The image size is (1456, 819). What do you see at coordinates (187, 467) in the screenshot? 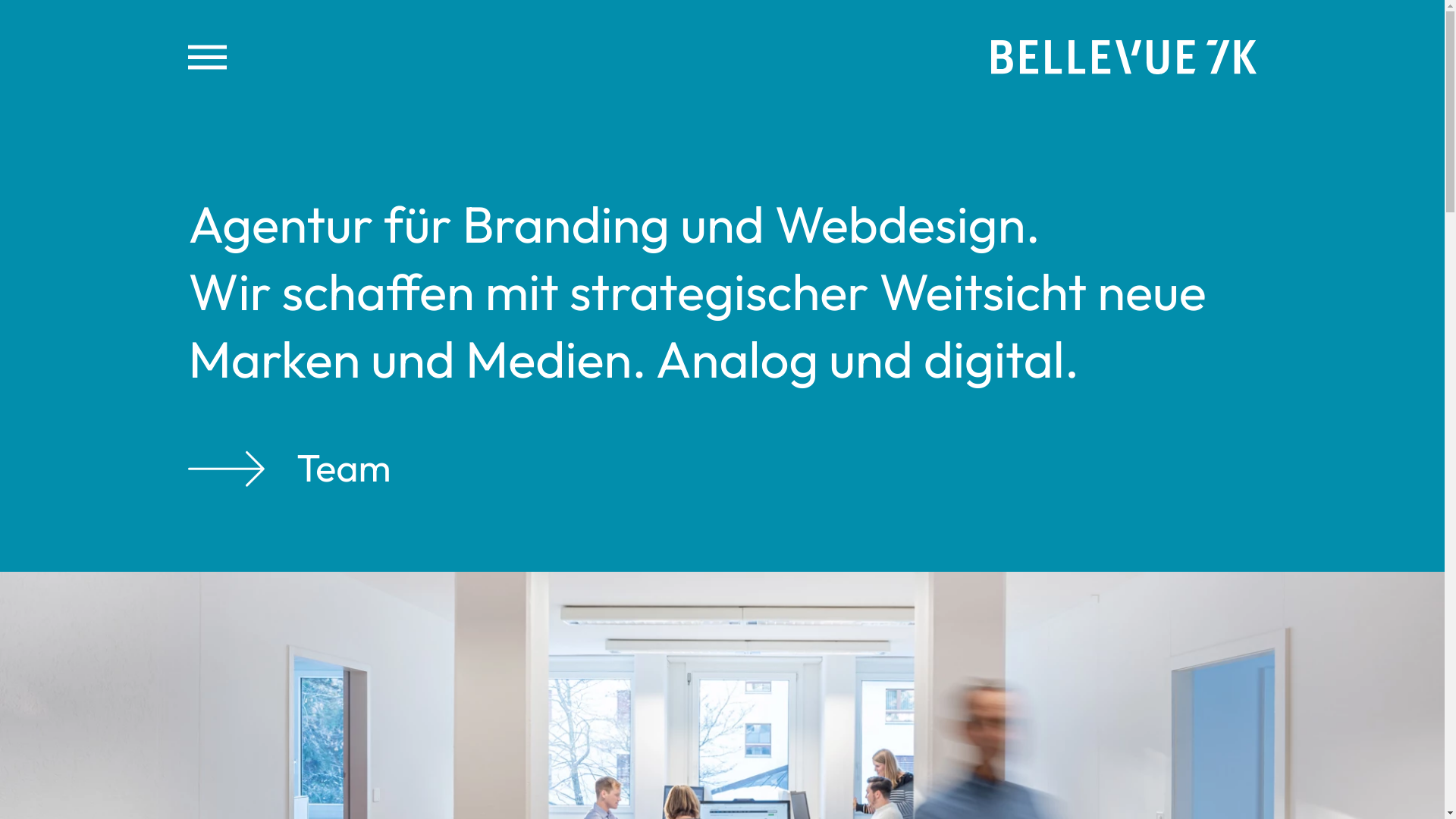
I see `'Team'` at bounding box center [187, 467].